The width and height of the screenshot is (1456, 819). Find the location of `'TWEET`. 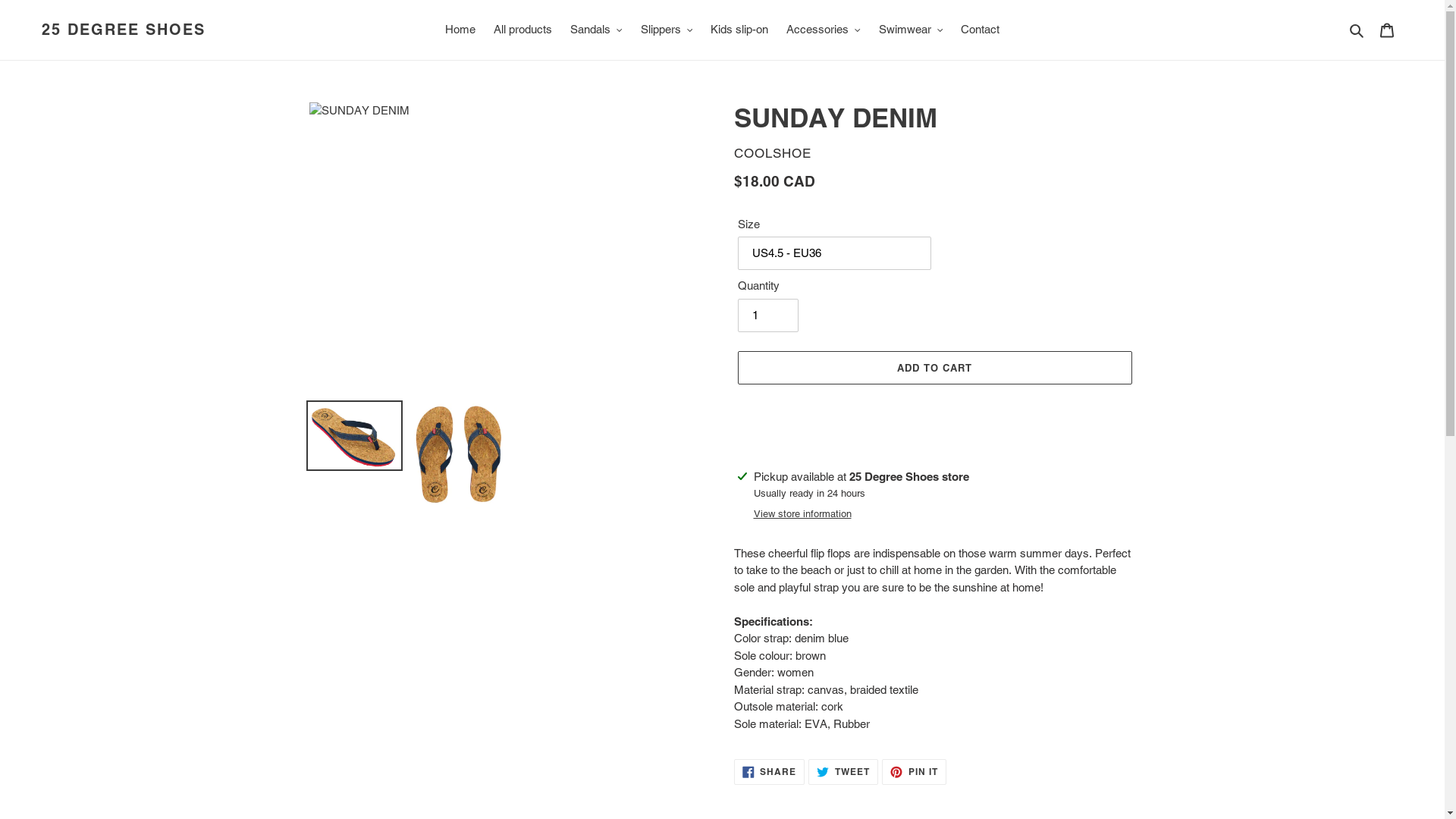

'TWEET is located at coordinates (843, 772).